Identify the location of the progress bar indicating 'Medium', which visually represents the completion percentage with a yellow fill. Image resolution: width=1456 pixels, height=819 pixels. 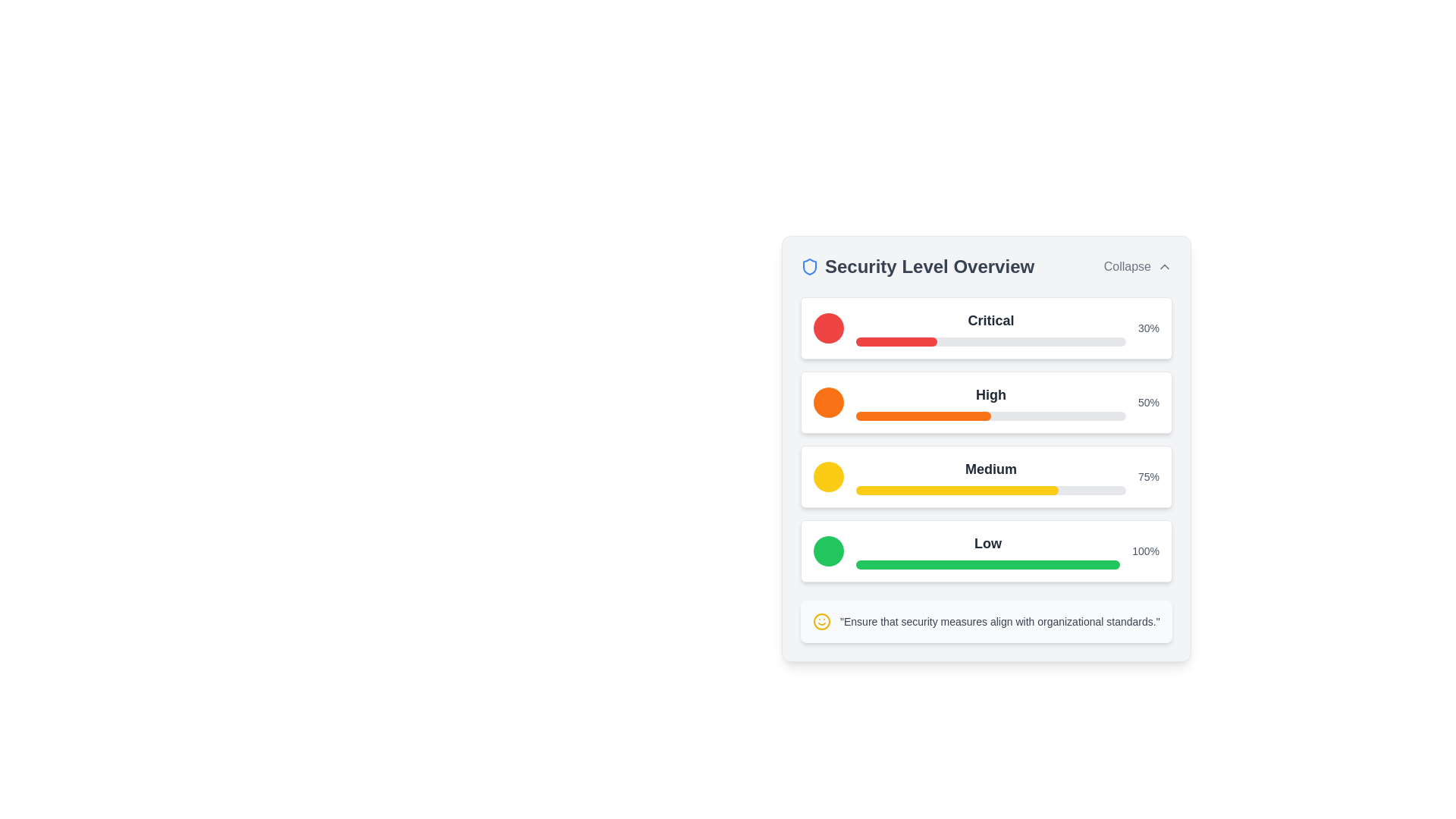
(990, 491).